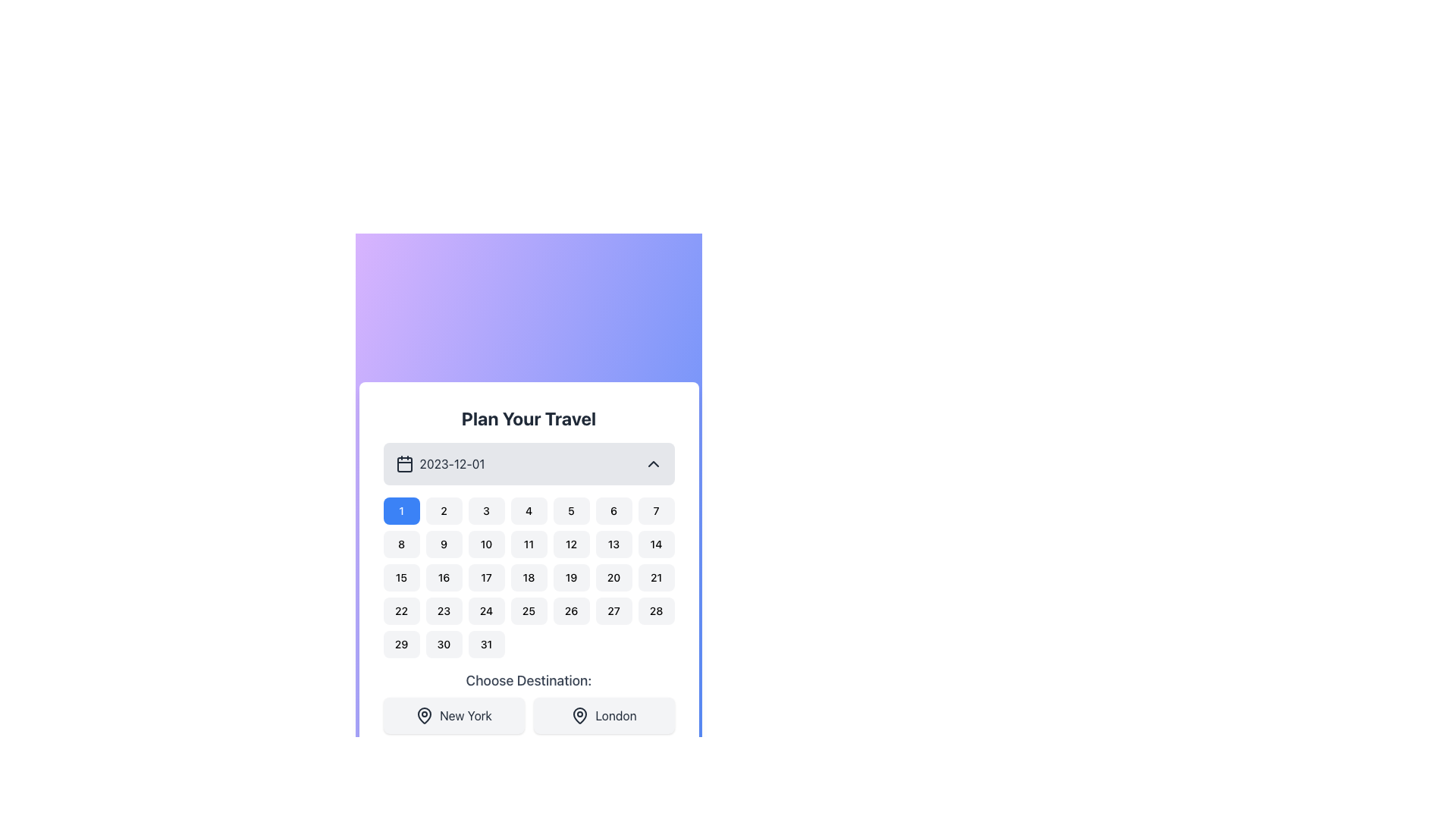 This screenshot has height=819, width=1456. I want to click on the rounded button labeled '30' in the calendar interface, so click(443, 644).